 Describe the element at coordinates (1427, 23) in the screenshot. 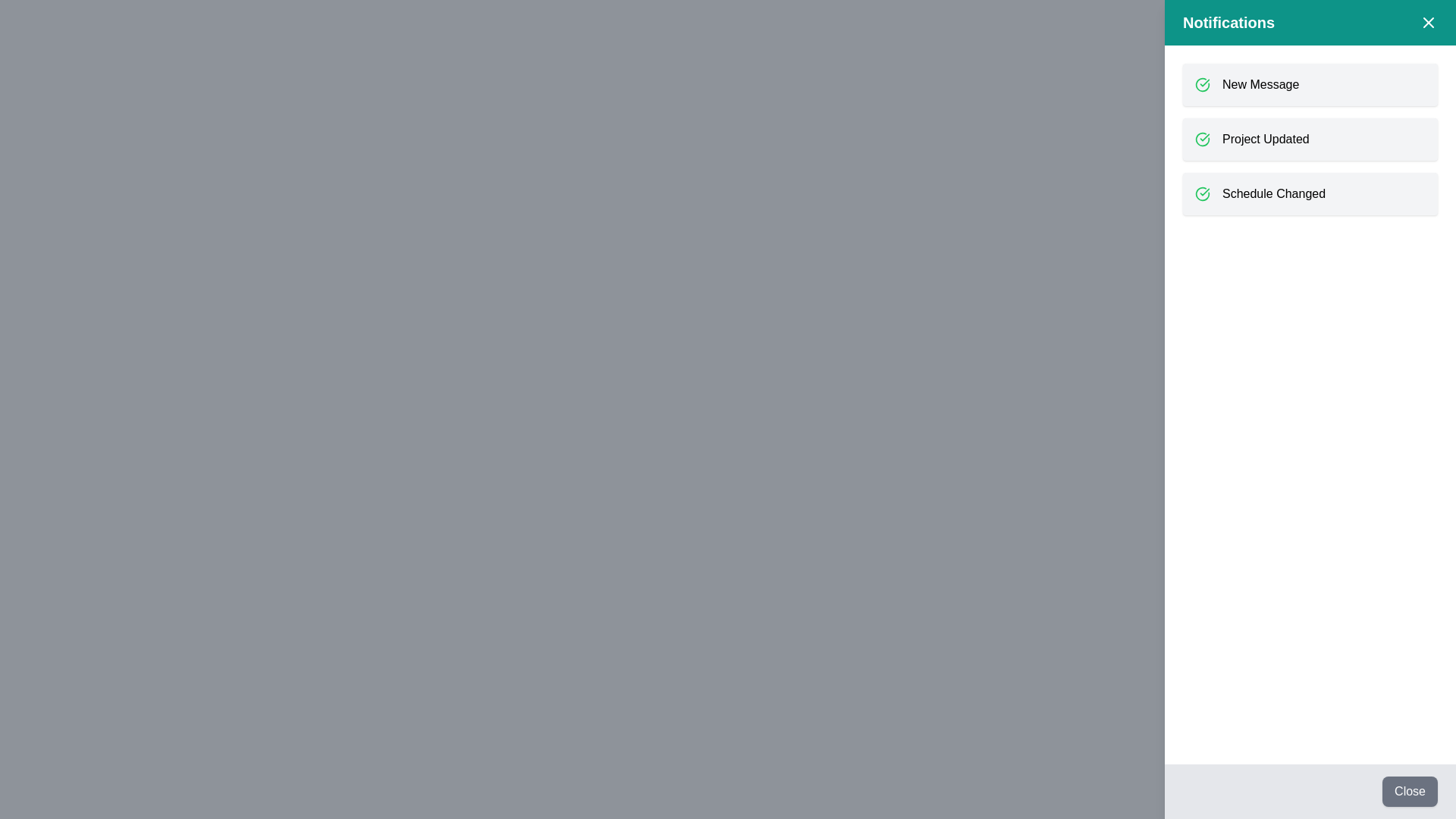

I see `the 'X' icon button located in the top-right corner of the 'Notifications' header section` at that location.